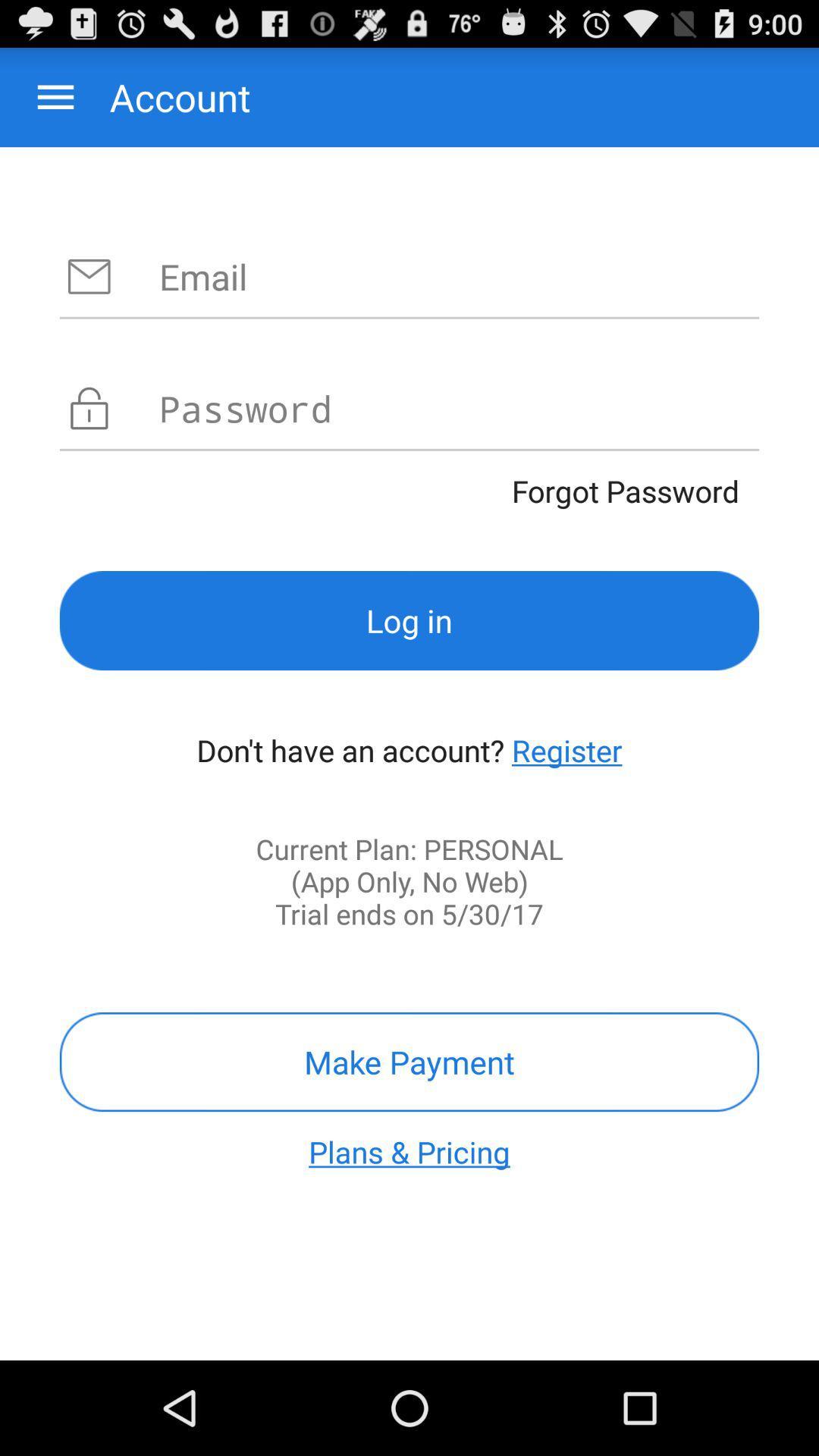  I want to click on the item above the current plan personal icon, so click(566, 750).